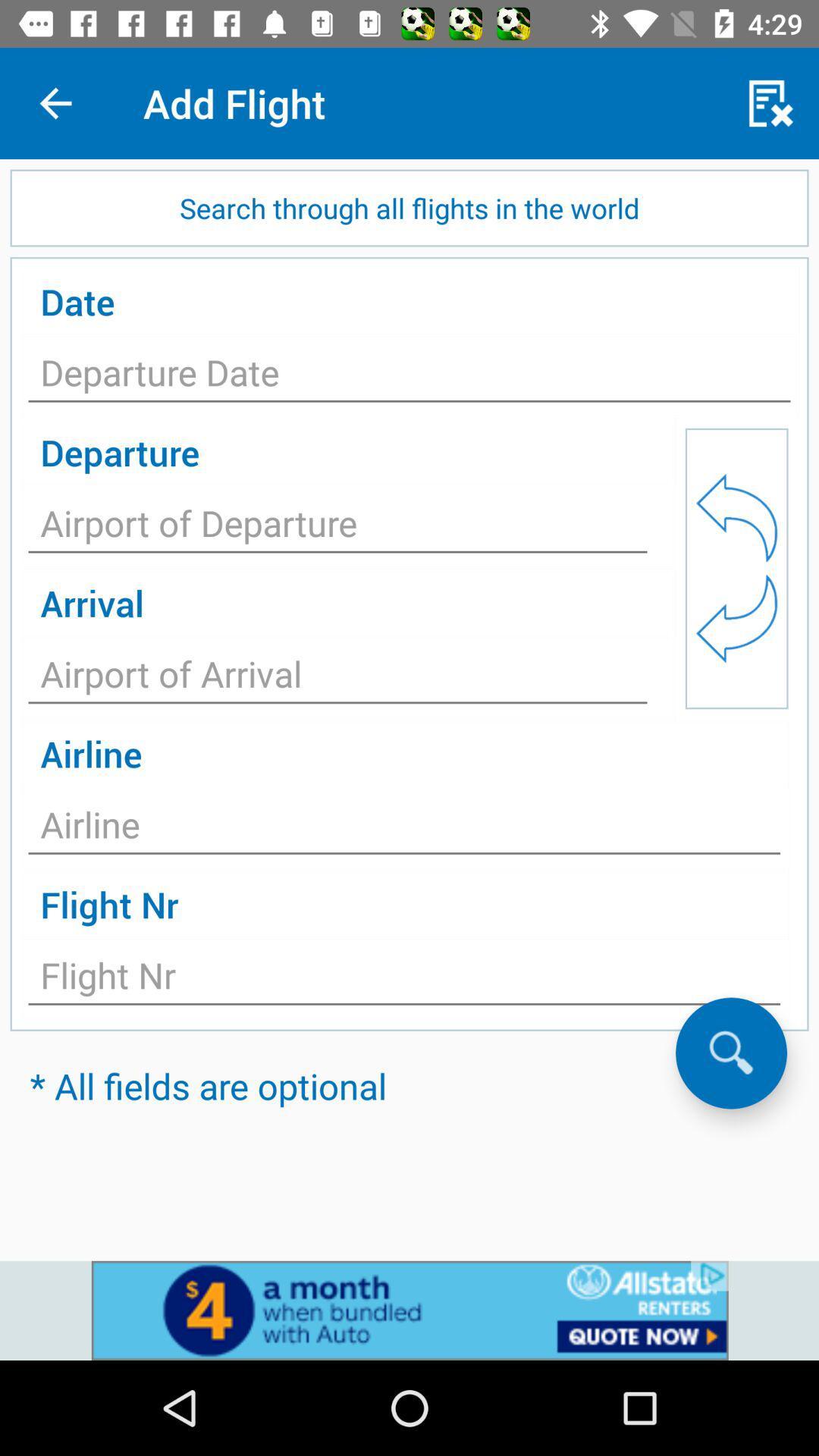 This screenshot has width=819, height=1456. I want to click on date button, so click(409, 377).